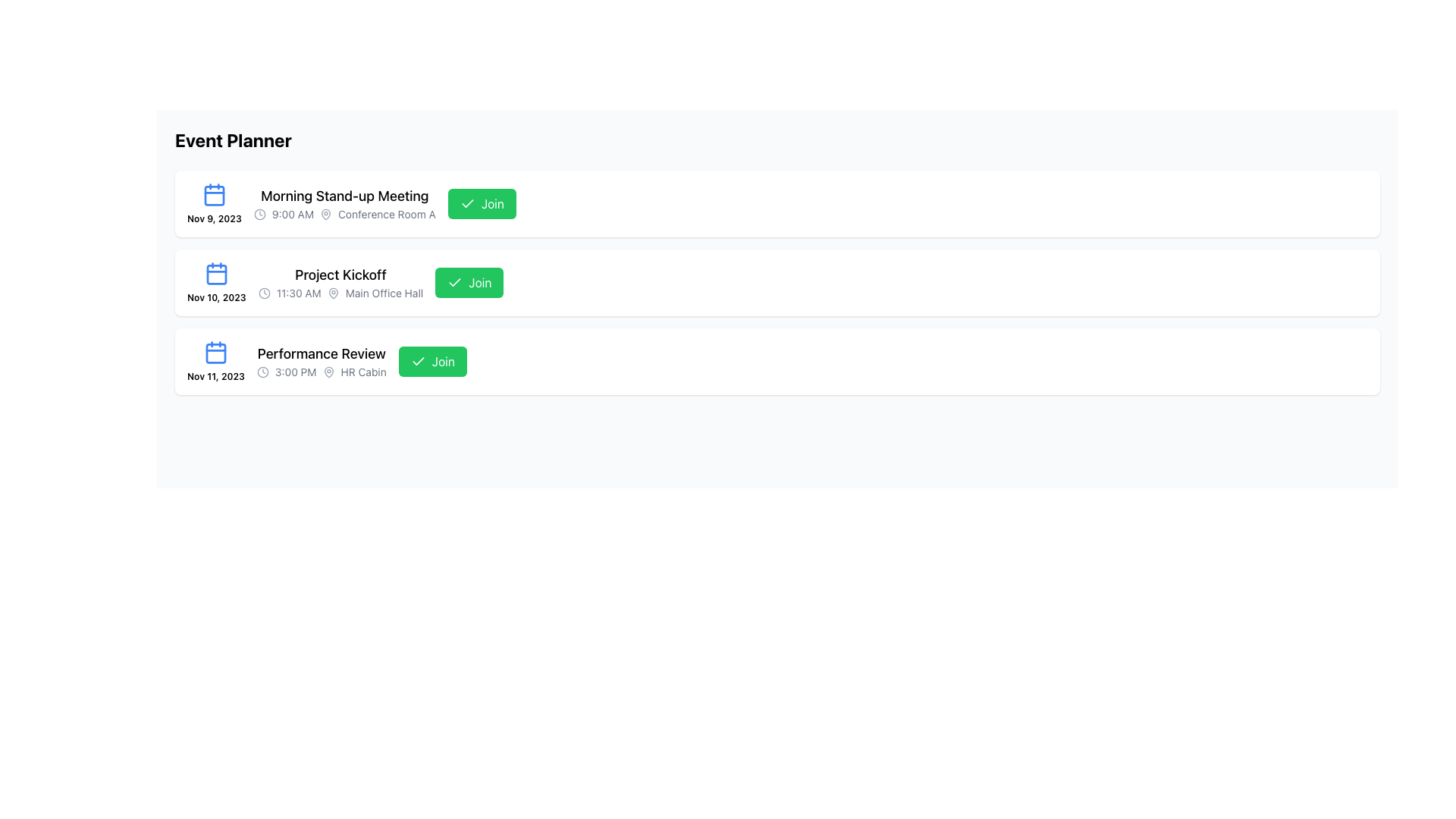 The width and height of the screenshot is (1456, 819). Describe the element at coordinates (454, 283) in the screenshot. I see `the checkmark icon located to the left of the 'Join' button in the second event row ('Project Kickoff') of the Event Planner interface, which indicates a completed or confirmed action` at that location.